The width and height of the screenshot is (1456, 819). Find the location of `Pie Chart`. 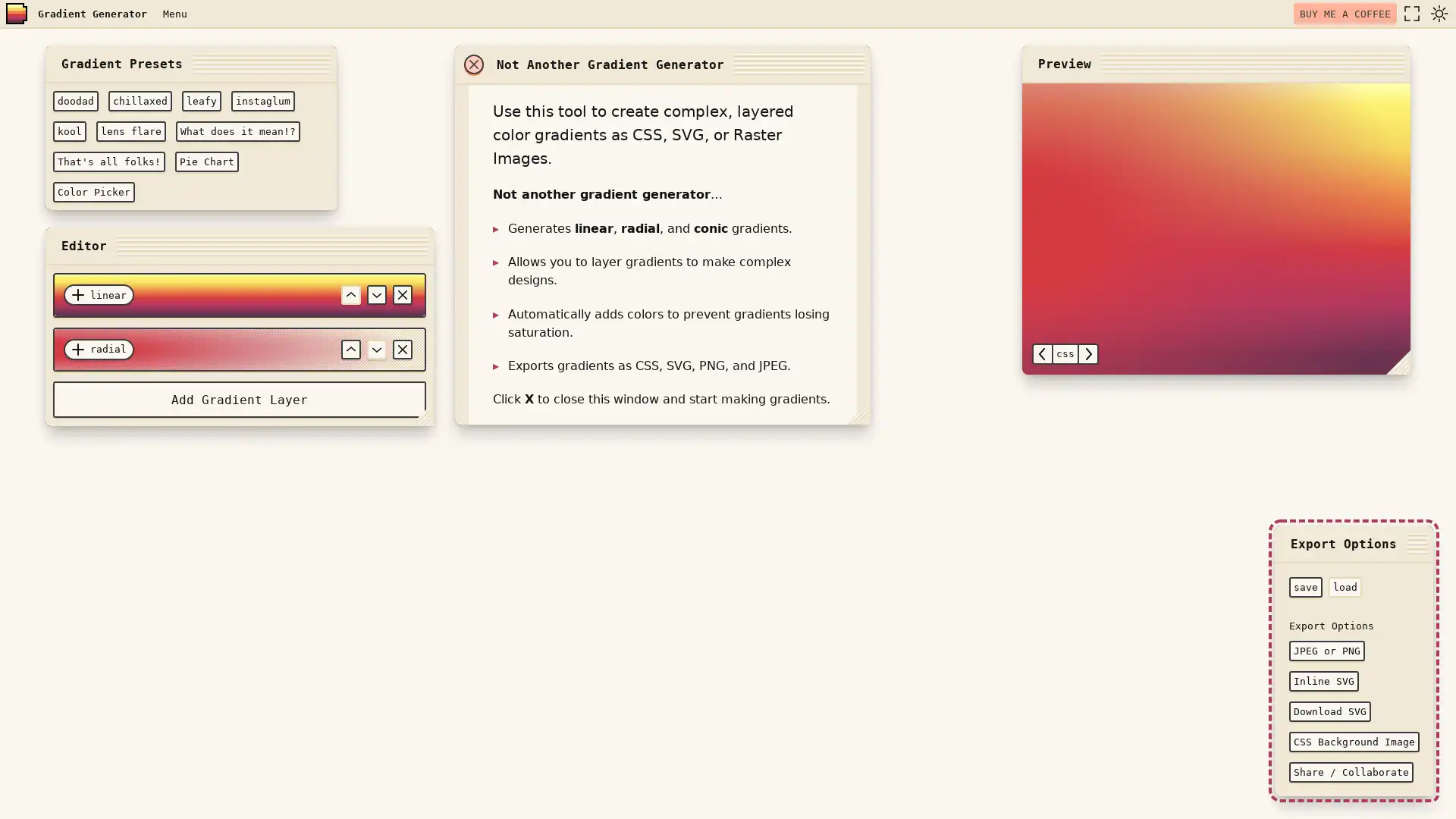

Pie Chart is located at coordinates (206, 161).